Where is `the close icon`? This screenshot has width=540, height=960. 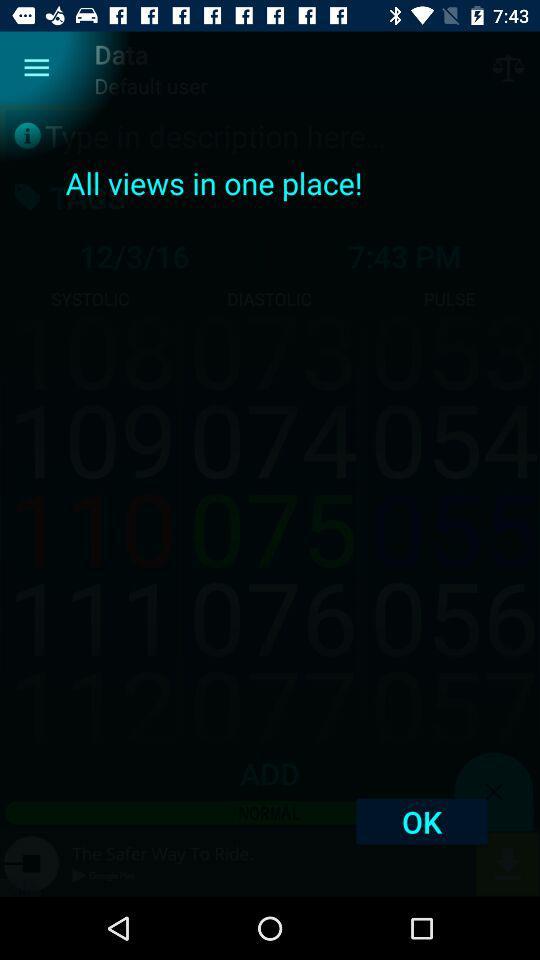
the close icon is located at coordinates (492, 792).